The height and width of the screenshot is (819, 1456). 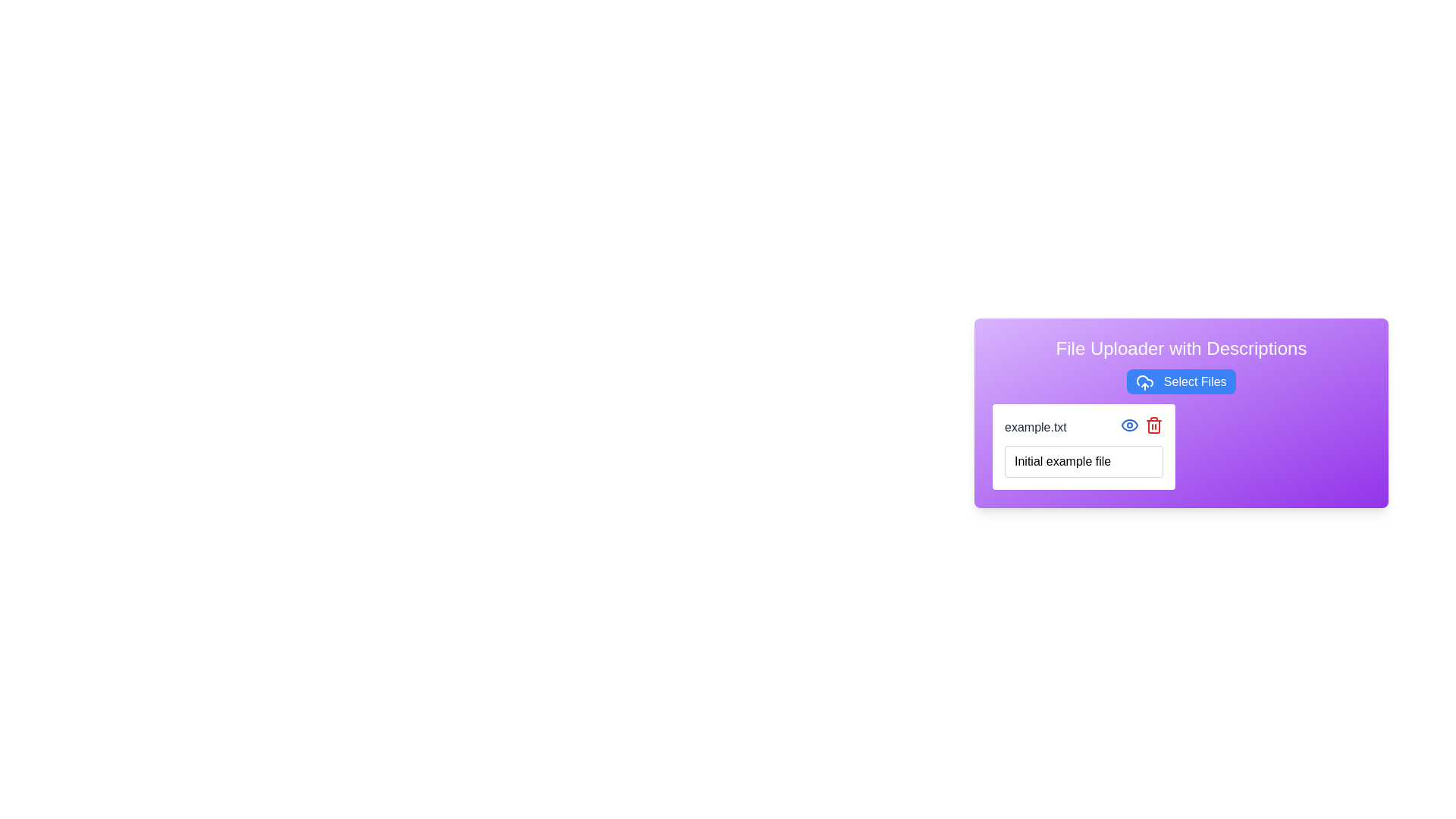 What do you see at coordinates (1181, 381) in the screenshot?
I see `the rounded blue button labeled 'Select Files' with an upload cloud icon` at bounding box center [1181, 381].